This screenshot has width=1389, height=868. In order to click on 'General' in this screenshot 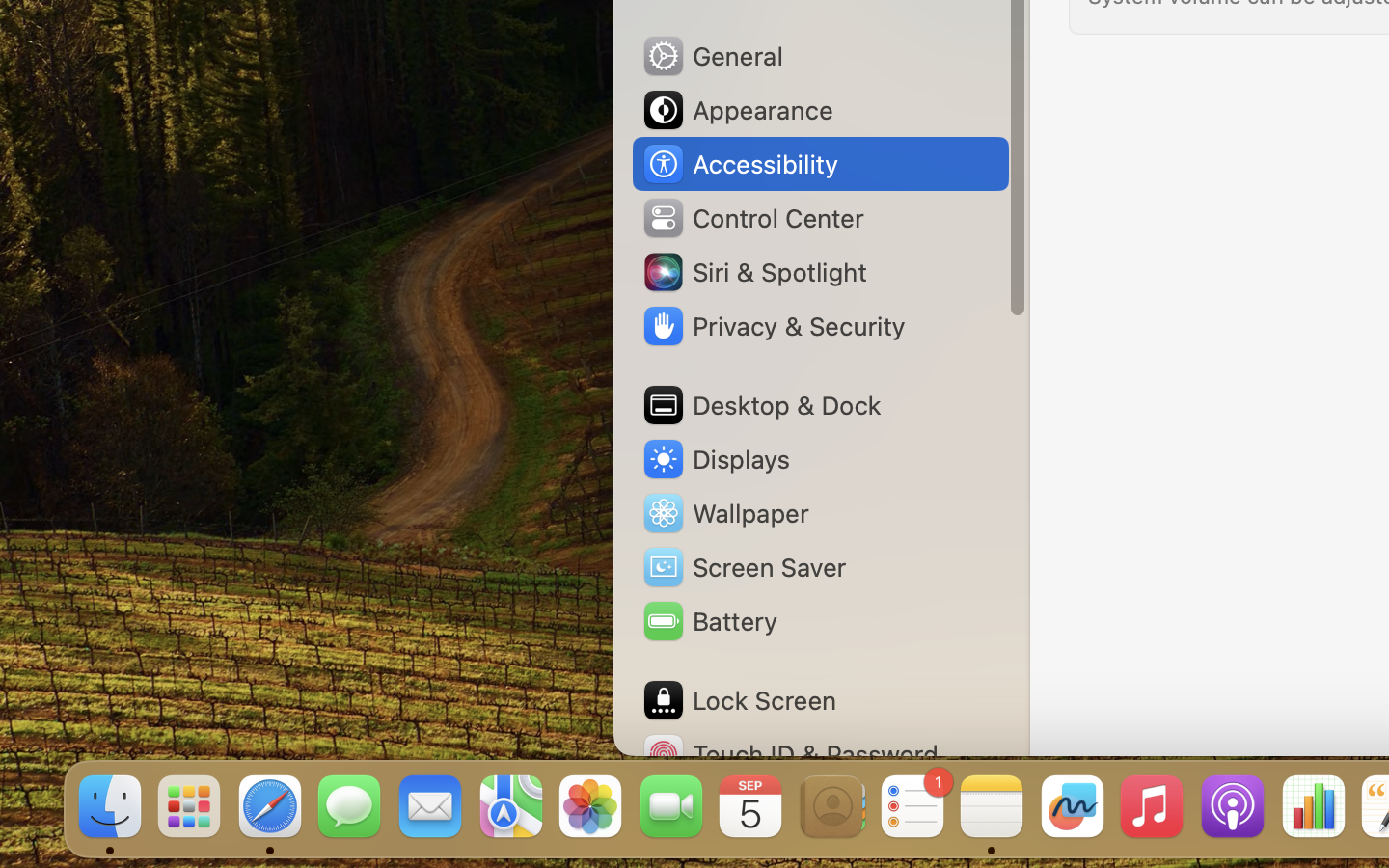, I will do `click(710, 54)`.